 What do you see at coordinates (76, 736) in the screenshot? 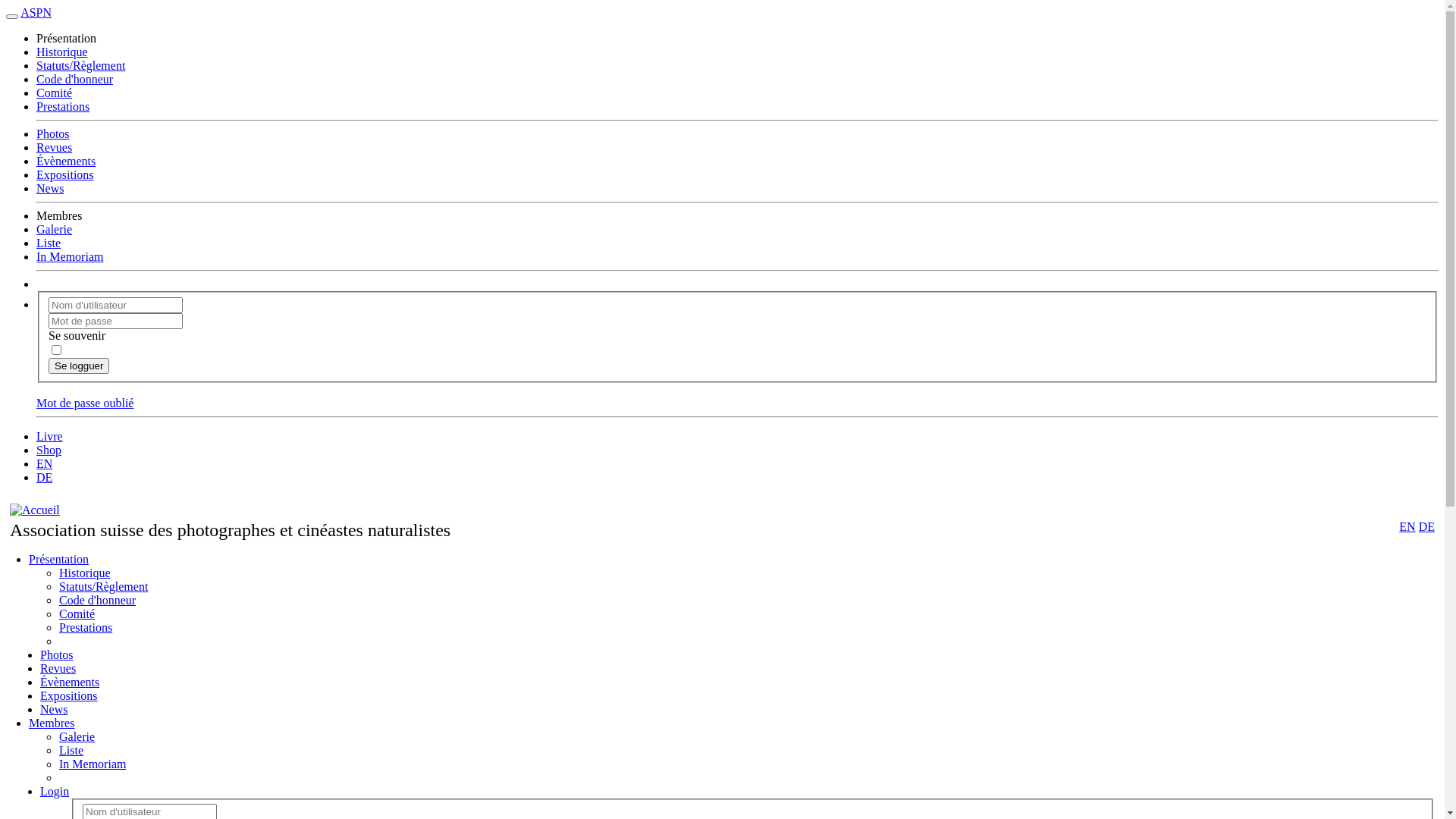
I see `'Galerie'` at bounding box center [76, 736].